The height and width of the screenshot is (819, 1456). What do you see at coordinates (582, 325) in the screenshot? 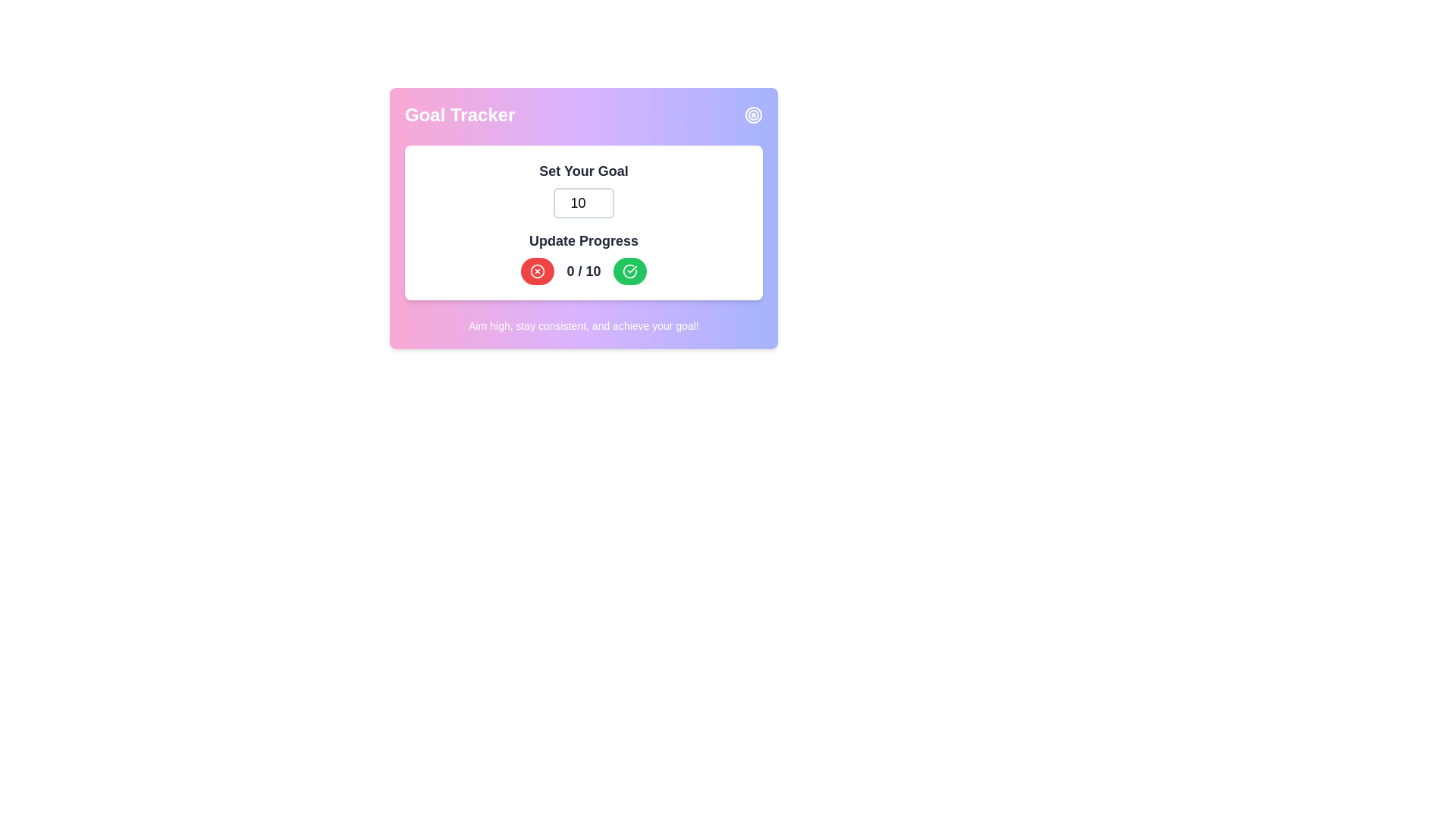
I see `the motivational text element at the bottom of the 'Goal Tracker' card, which provides encouragement for users to stay consistent in their goals` at bounding box center [582, 325].